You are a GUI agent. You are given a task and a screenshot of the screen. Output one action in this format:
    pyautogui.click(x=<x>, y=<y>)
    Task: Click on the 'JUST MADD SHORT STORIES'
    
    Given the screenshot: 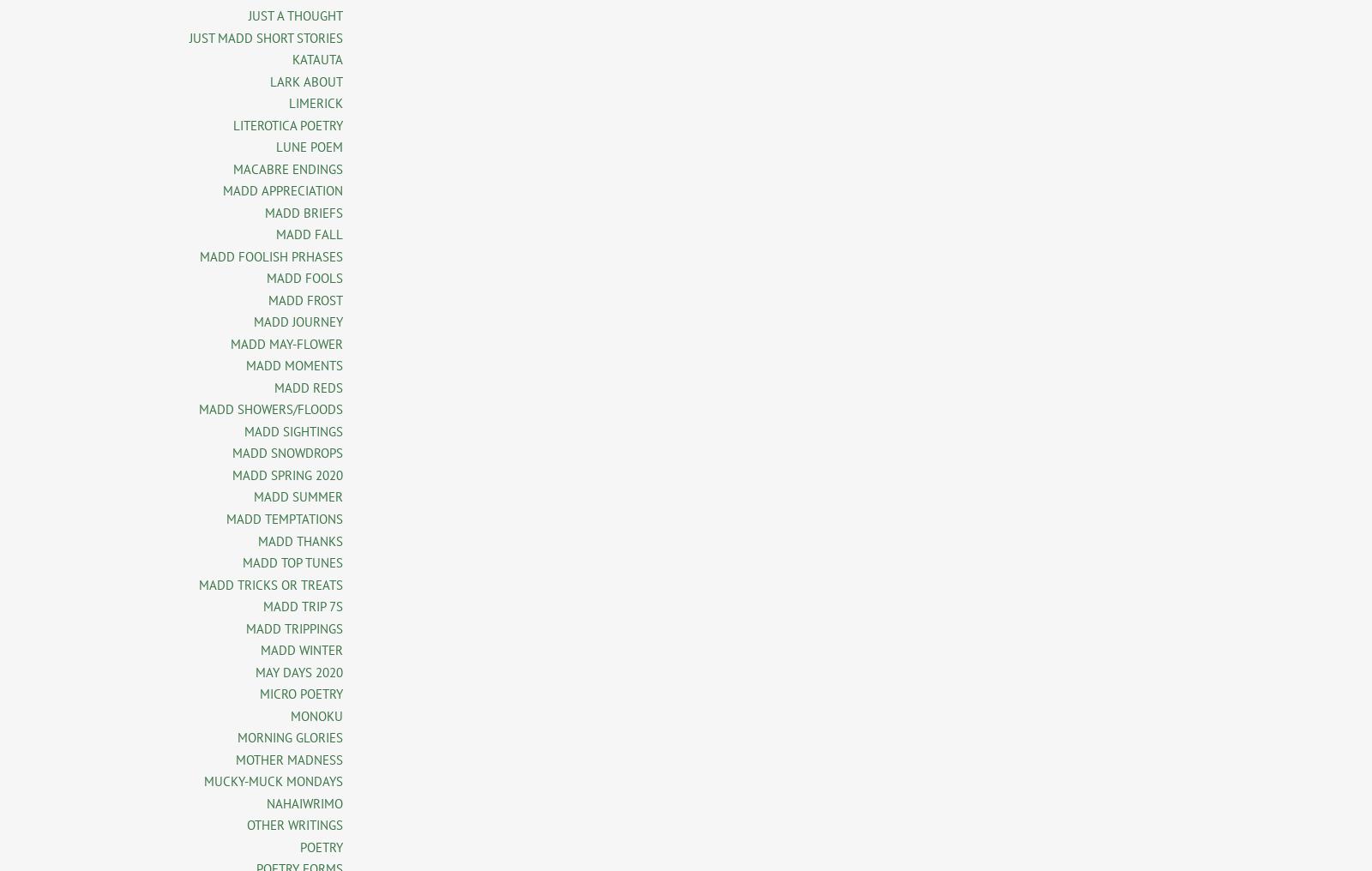 What is the action you would take?
    pyautogui.click(x=266, y=36)
    